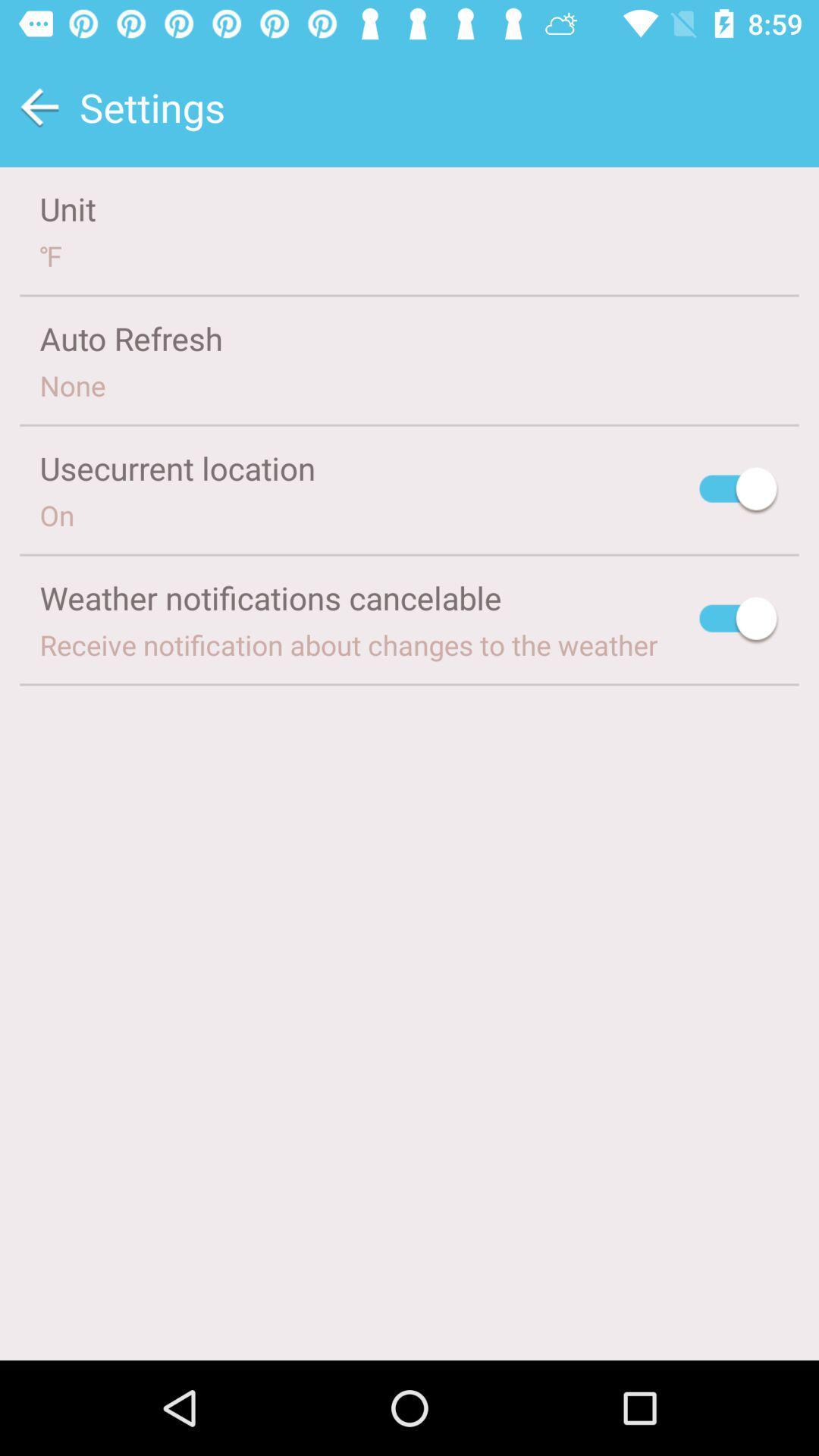  I want to click on location option, so click(739, 491).